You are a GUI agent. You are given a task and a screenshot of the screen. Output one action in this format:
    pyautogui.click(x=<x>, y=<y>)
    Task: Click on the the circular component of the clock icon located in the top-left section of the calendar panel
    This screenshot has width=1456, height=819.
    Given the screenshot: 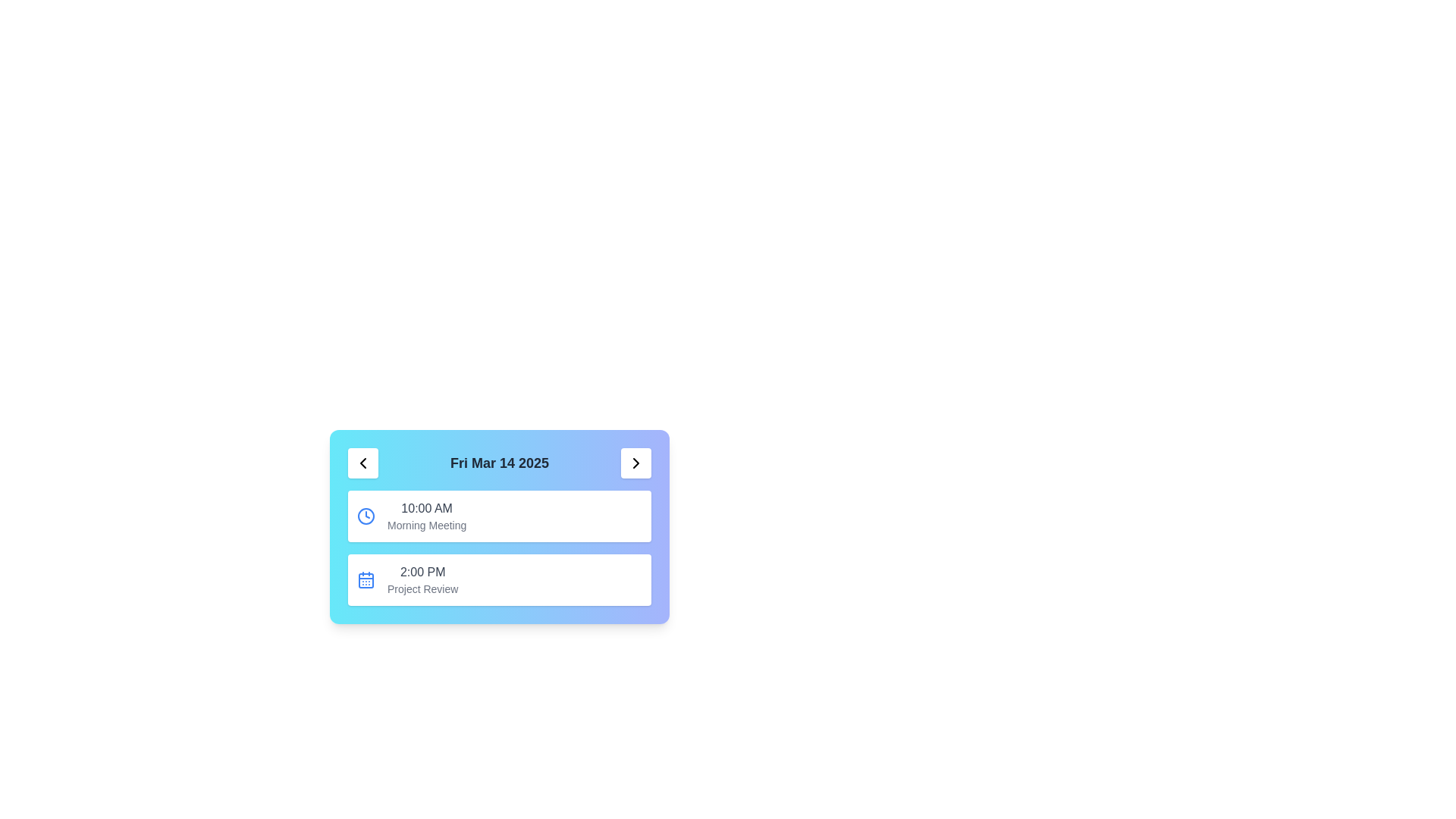 What is the action you would take?
    pyautogui.click(x=366, y=516)
    